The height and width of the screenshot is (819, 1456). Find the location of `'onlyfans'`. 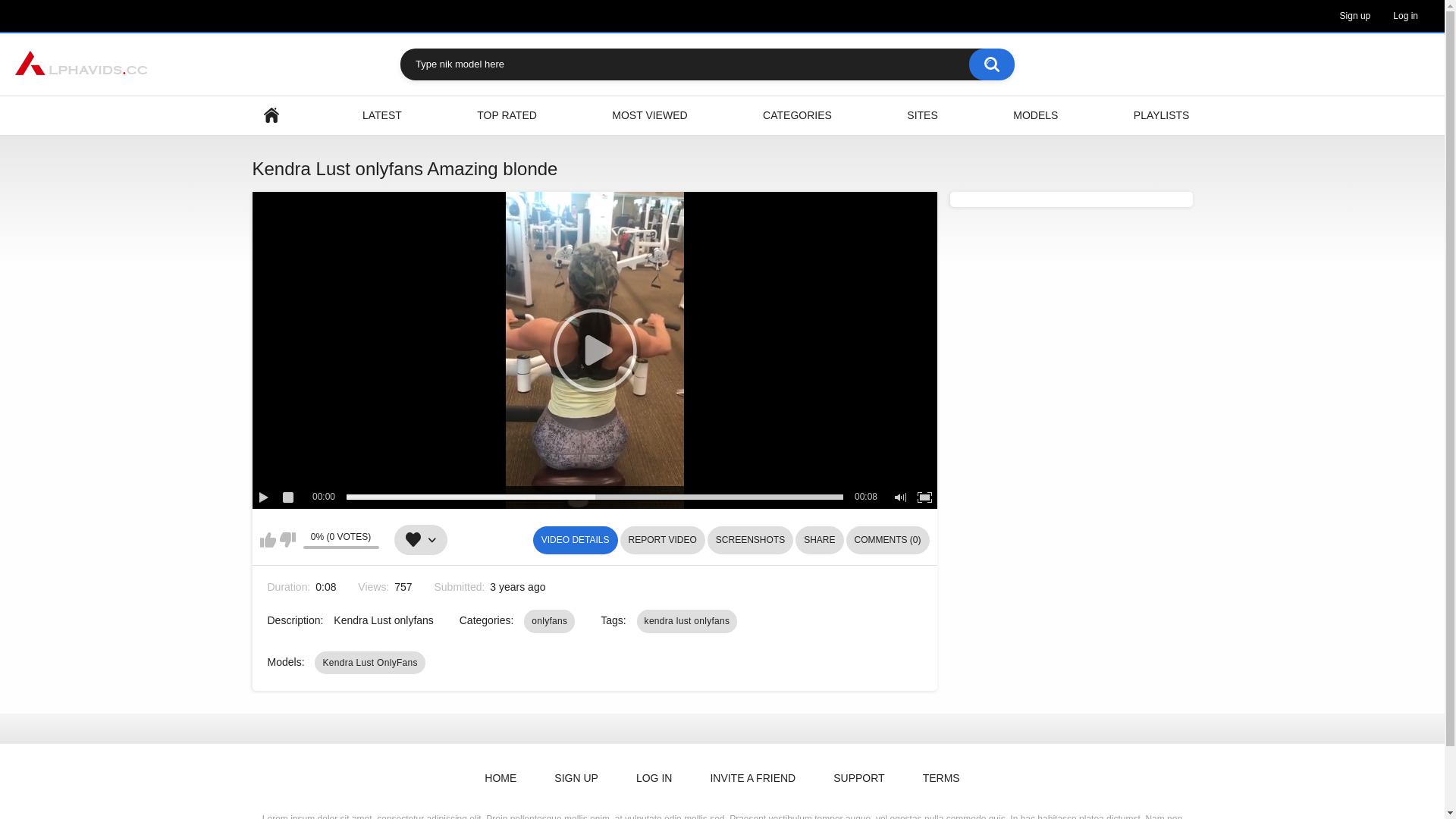

'onlyfans' is located at coordinates (548, 620).